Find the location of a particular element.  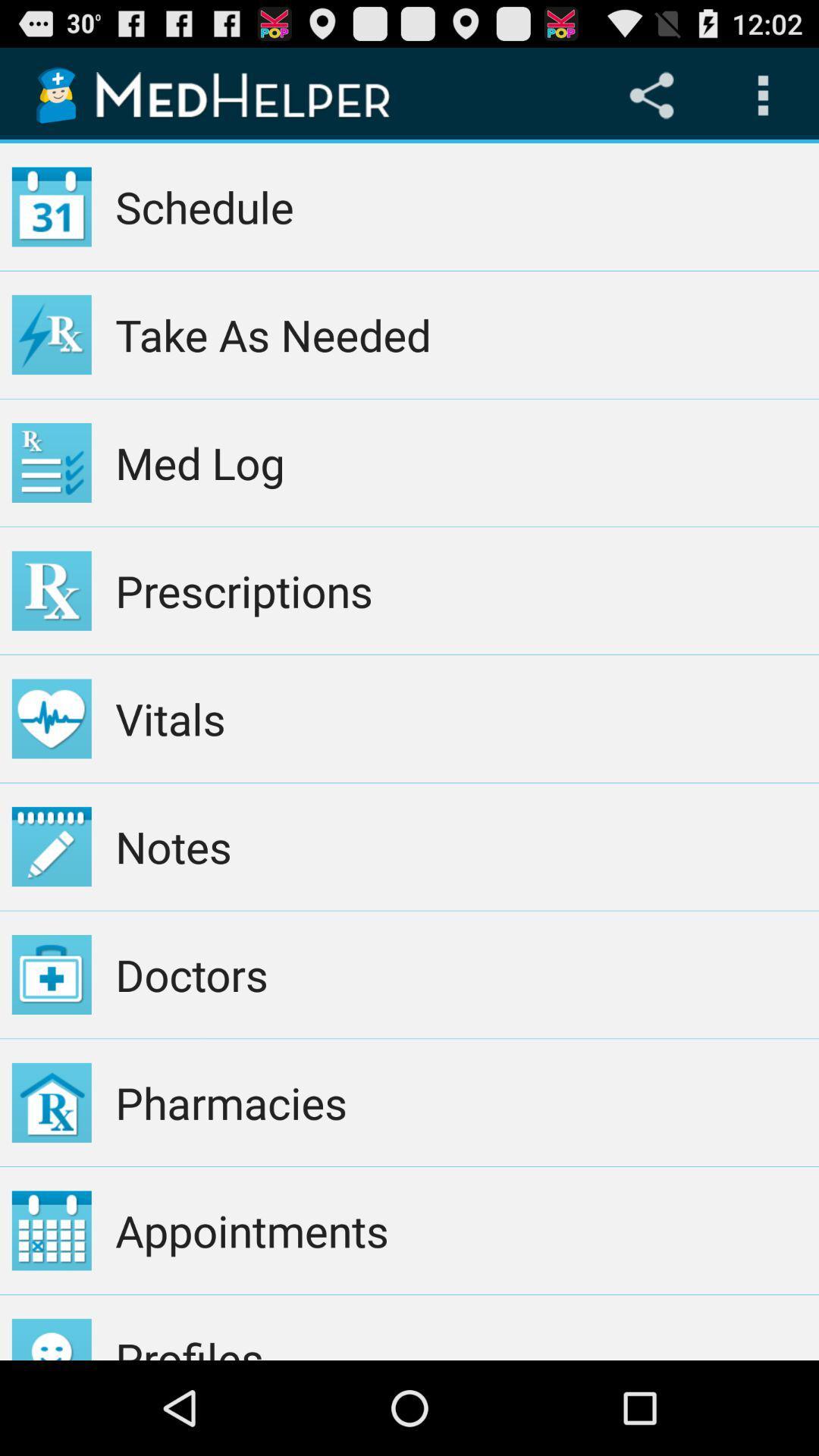

the prescriptions item is located at coordinates (460, 590).